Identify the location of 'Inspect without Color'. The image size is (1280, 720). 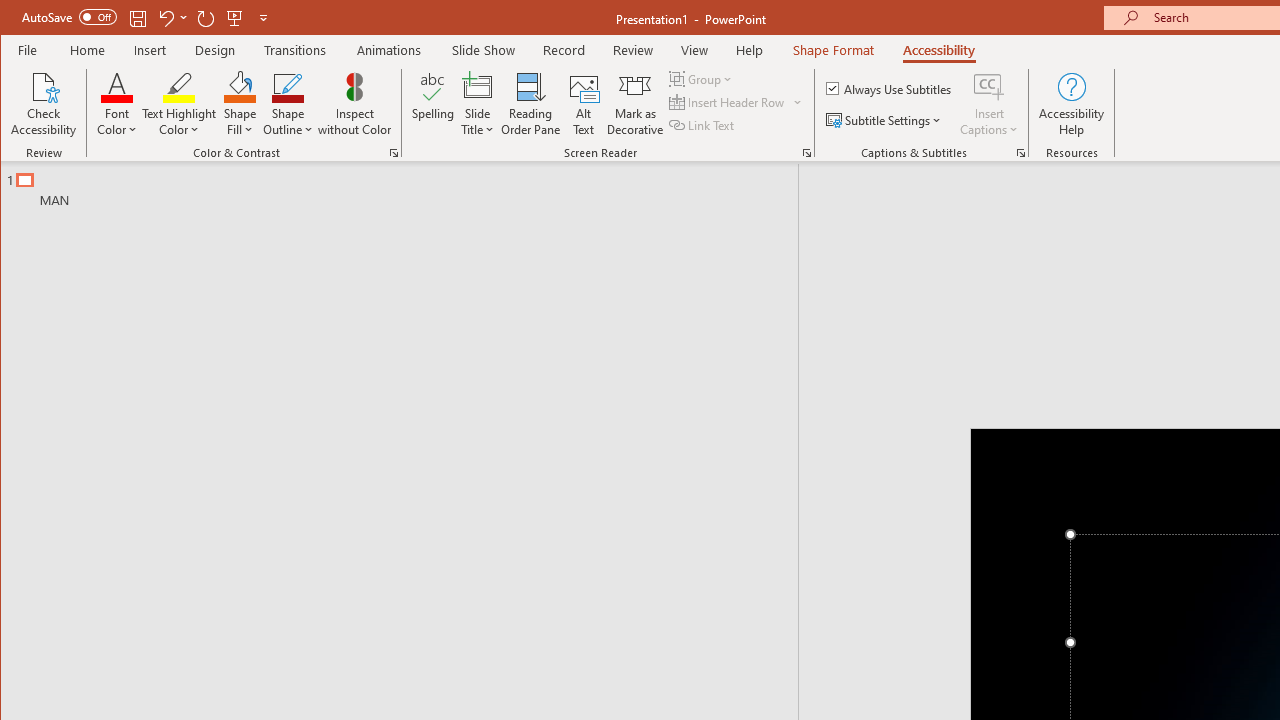
(355, 104).